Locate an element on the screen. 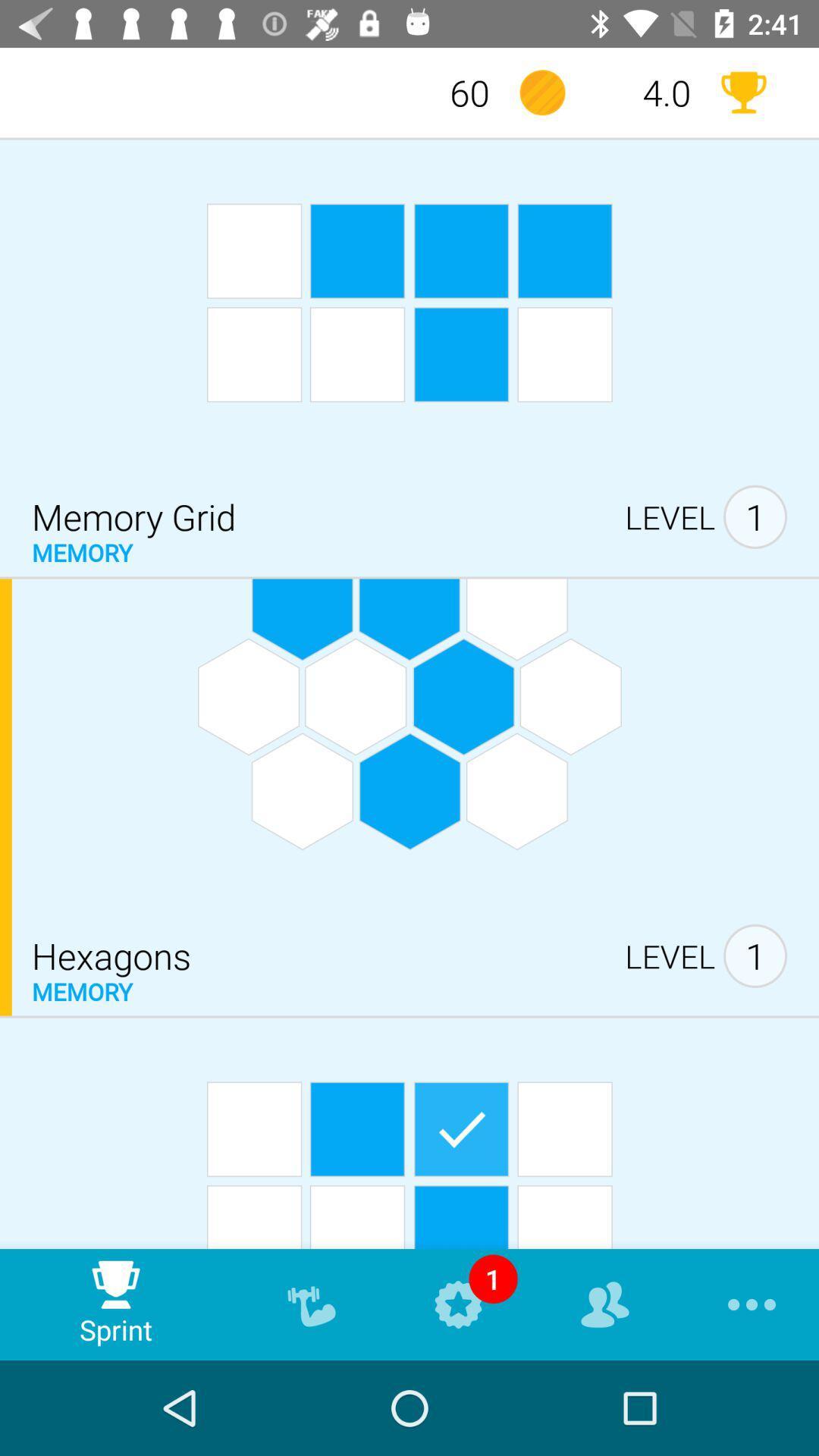  the item next to the 4.0 is located at coordinates (742, 92).